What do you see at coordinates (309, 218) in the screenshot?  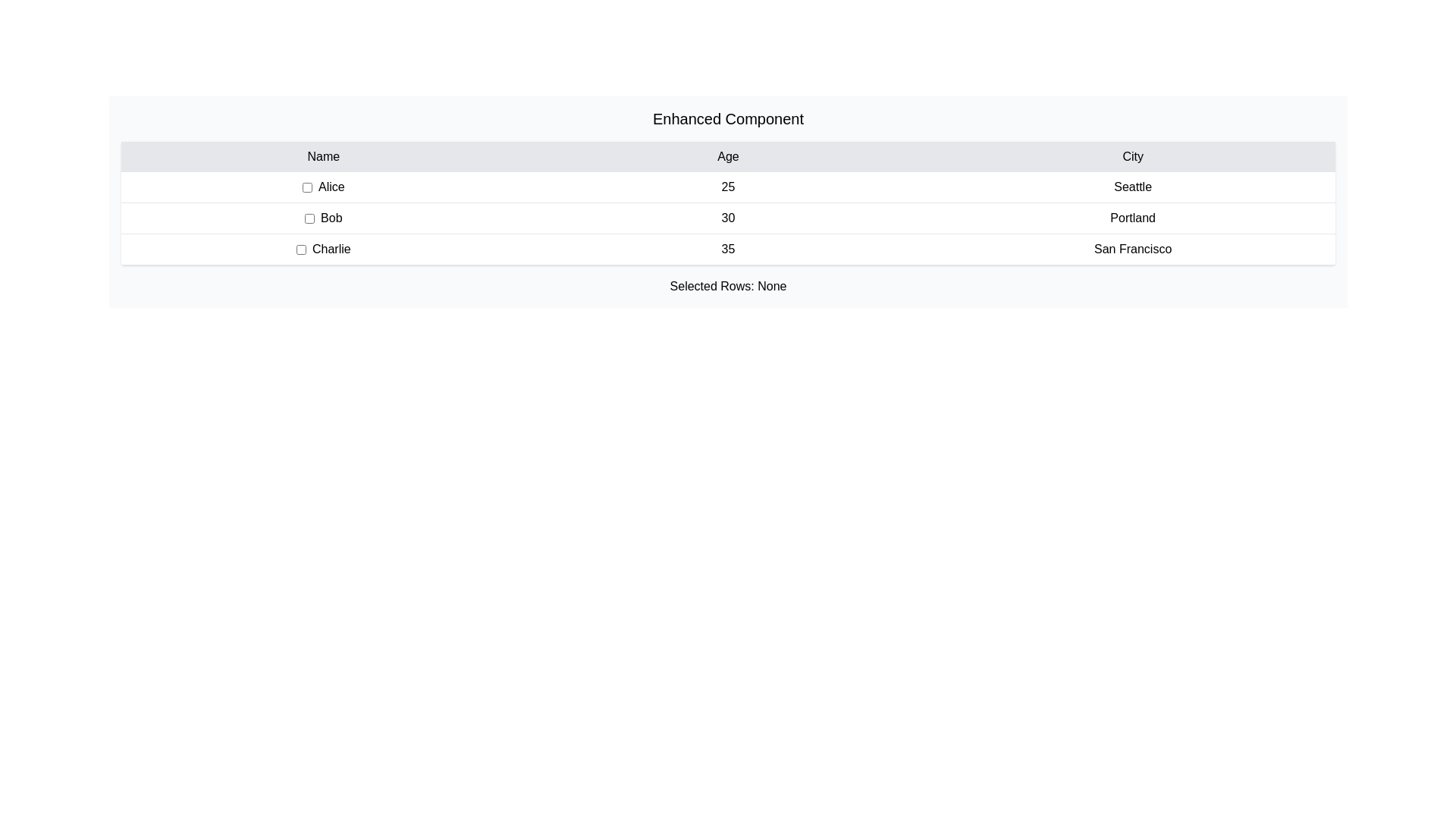 I see `the checkbox associated with the 'Bob' row` at bounding box center [309, 218].